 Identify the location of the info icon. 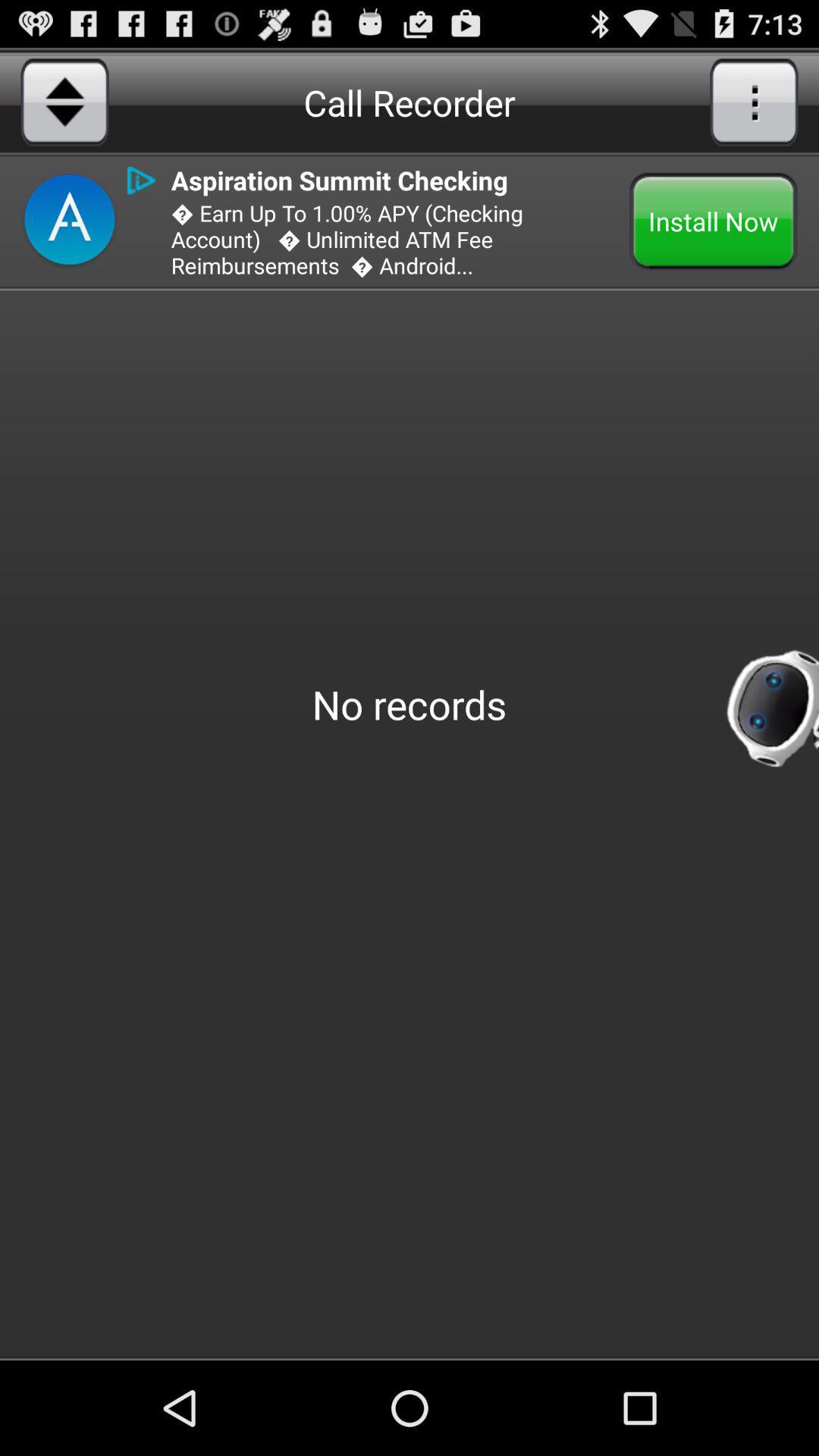
(141, 180).